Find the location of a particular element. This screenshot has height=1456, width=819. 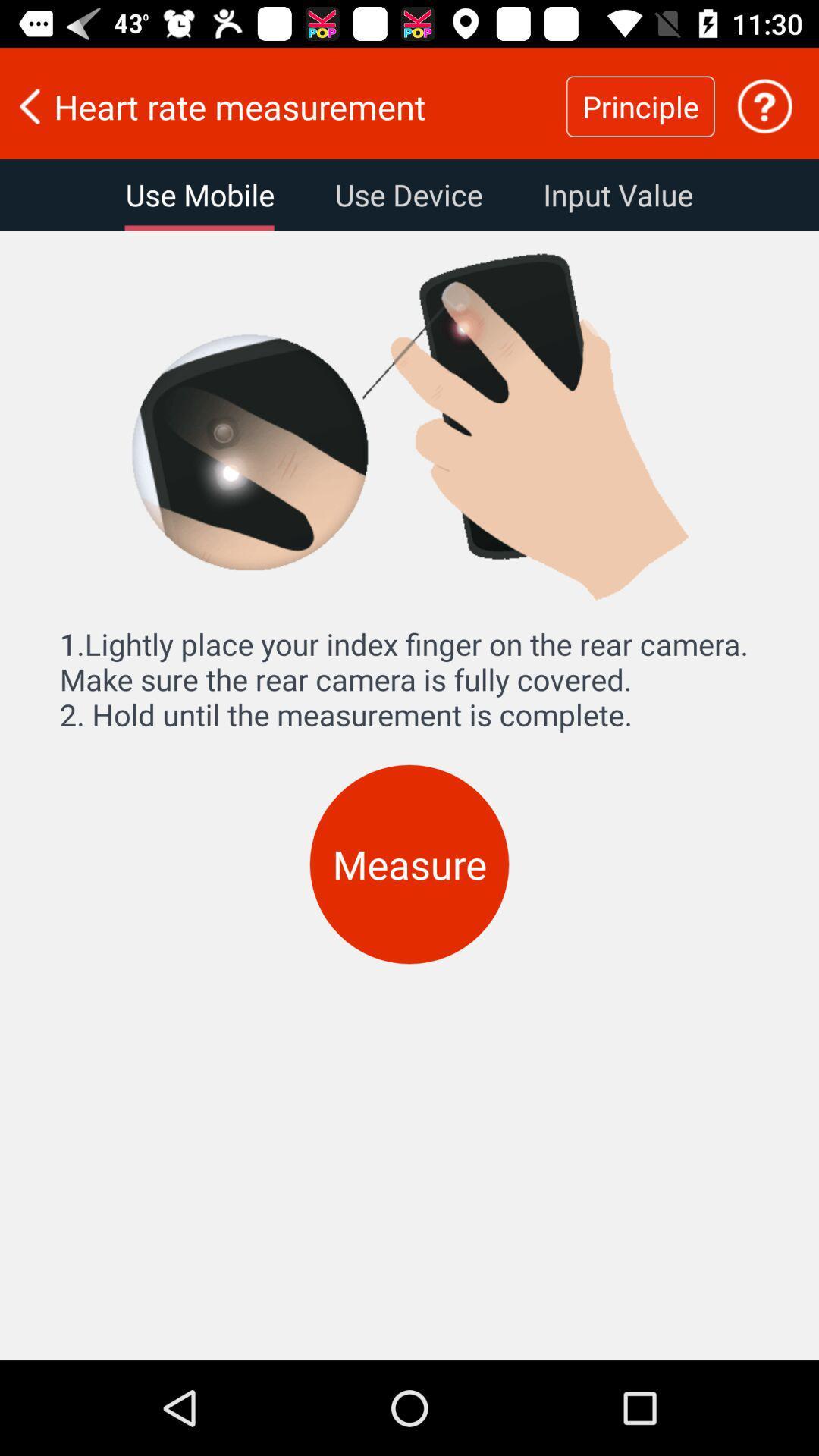

the principle item is located at coordinates (640, 105).